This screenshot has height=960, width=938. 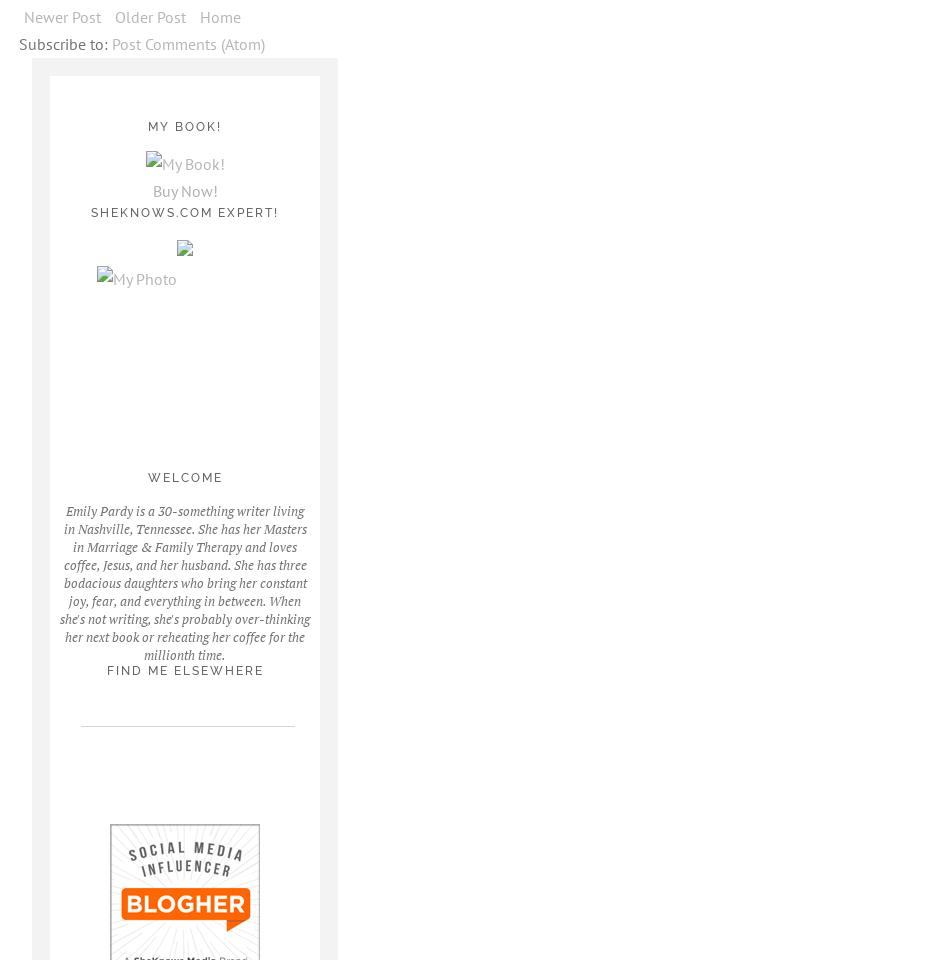 What do you see at coordinates (220, 15) in the screenshot?
I see `'Home'` at bounding box center [220, 15].